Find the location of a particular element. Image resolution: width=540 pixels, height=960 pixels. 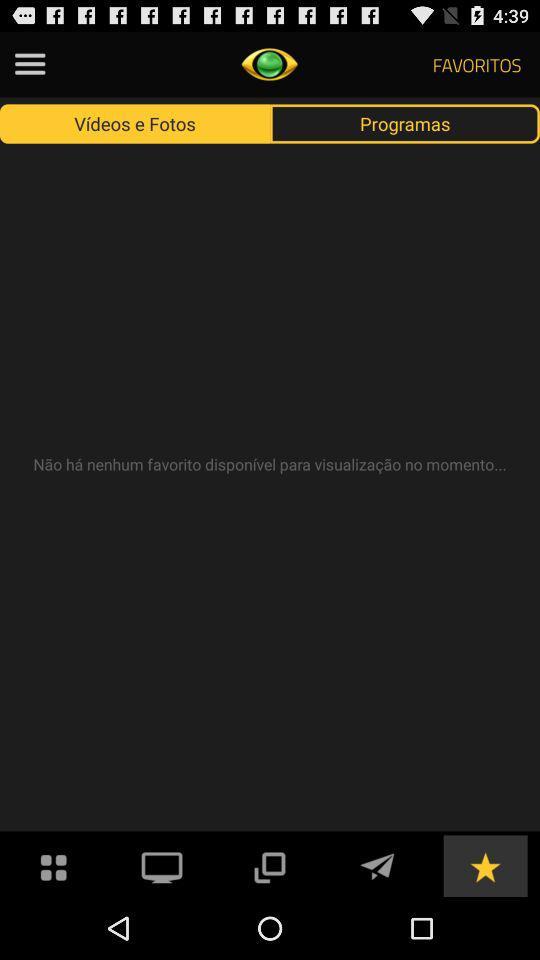

favoritos is located at coordinates (484, 864).